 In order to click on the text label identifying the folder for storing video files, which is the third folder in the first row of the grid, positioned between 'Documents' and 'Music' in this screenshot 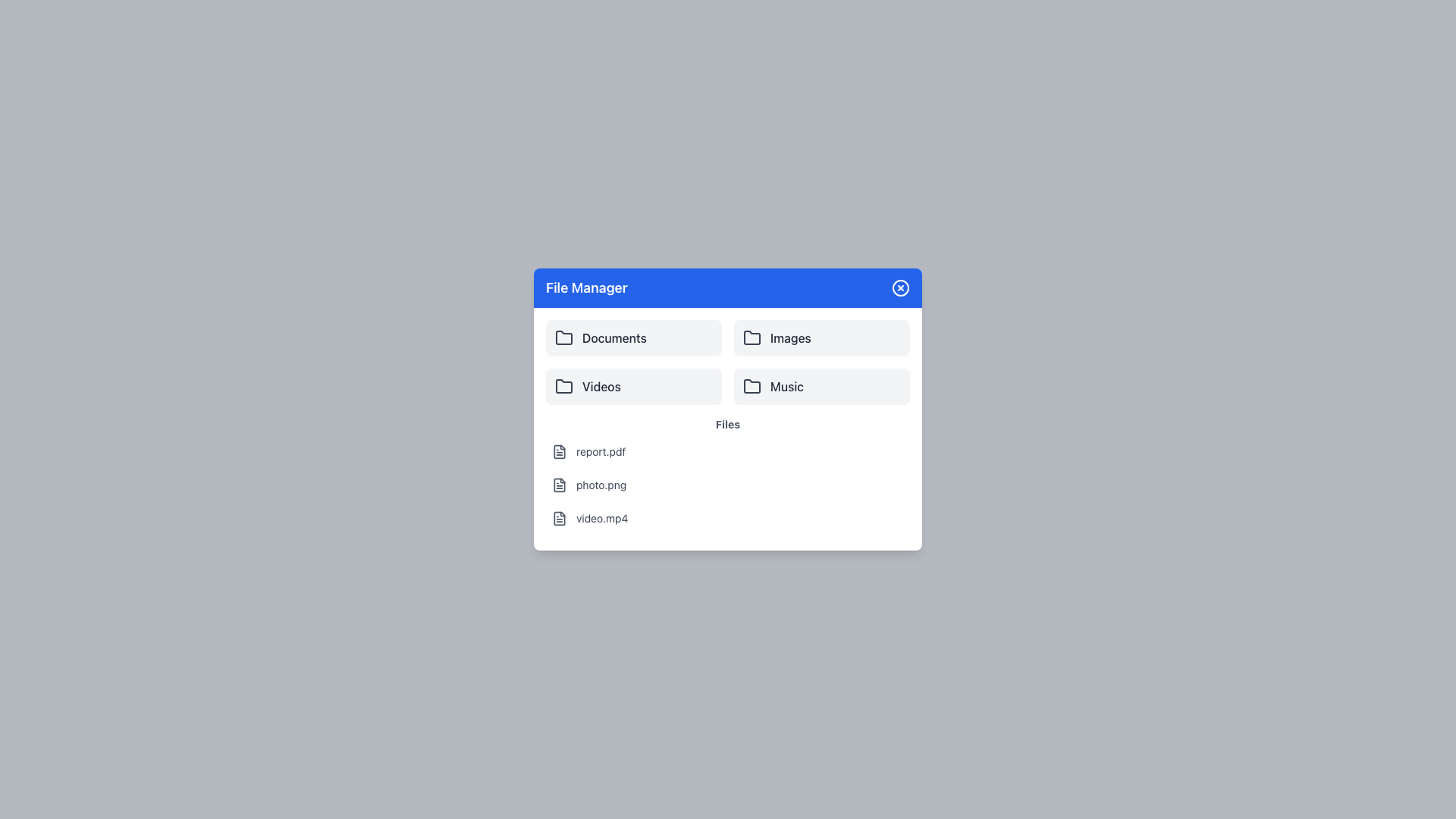, I will do `click(601, 385)`.